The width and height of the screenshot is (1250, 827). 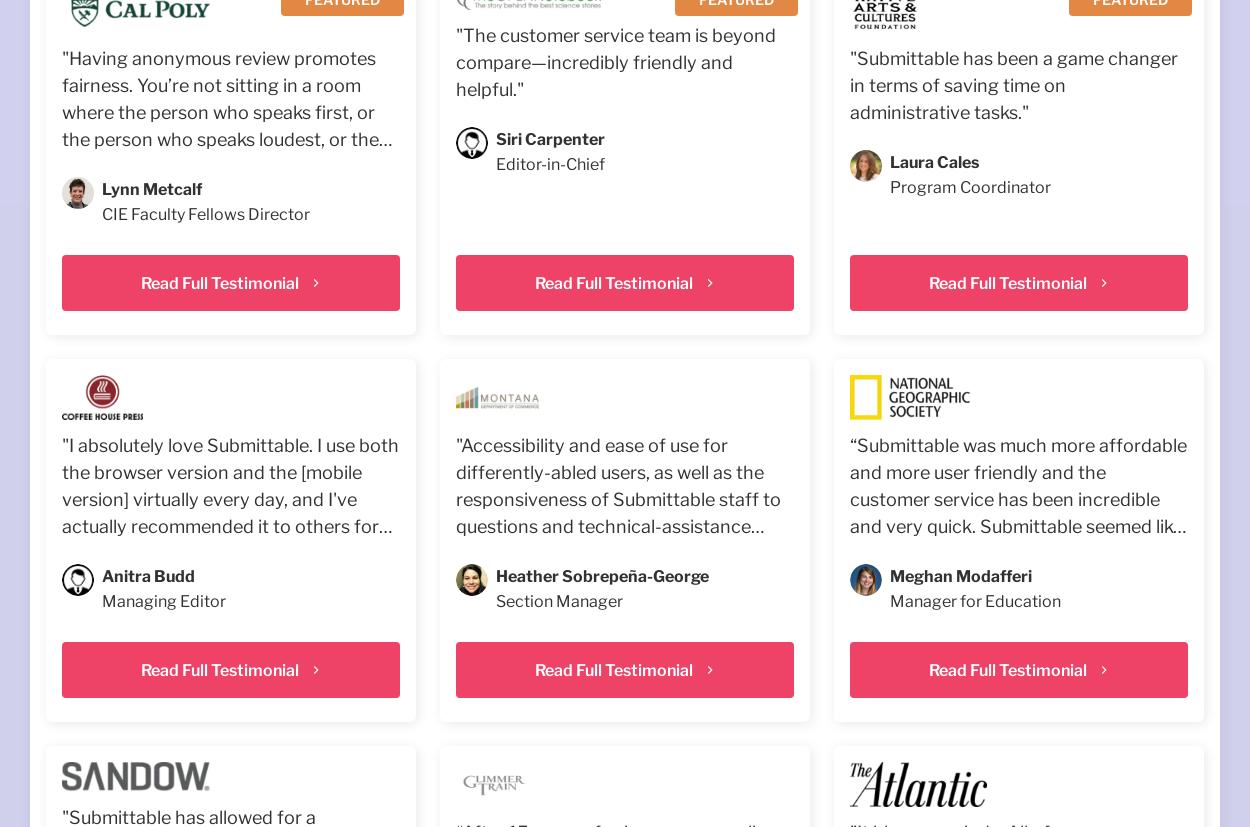 What do you see at coordinates (164, 601) in the screenshot?
I see `'Managing Editor'` at bounding box center [164, 601].